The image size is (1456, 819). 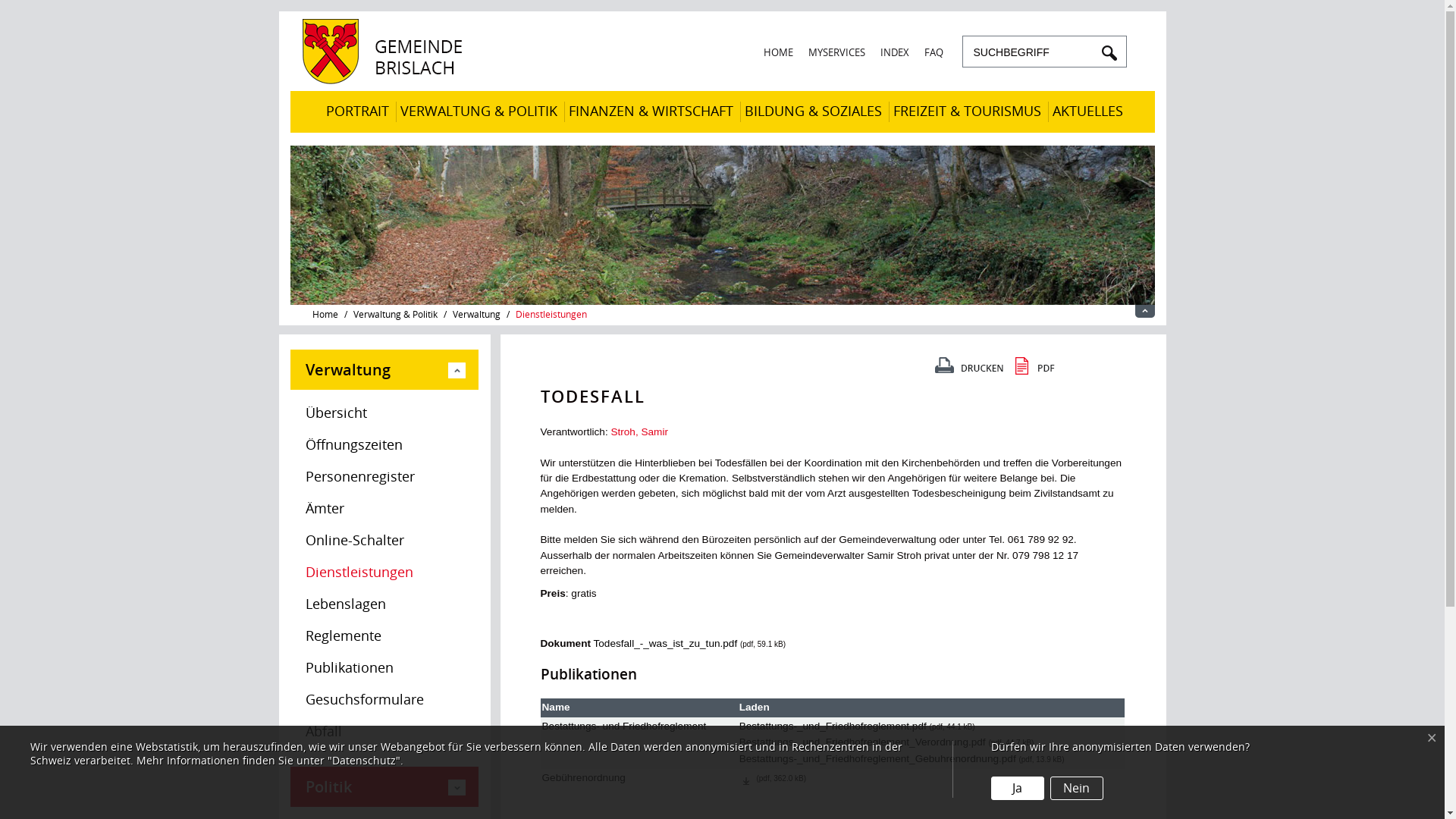 I want to click on 'FAQ', so click(x=932, y=52).